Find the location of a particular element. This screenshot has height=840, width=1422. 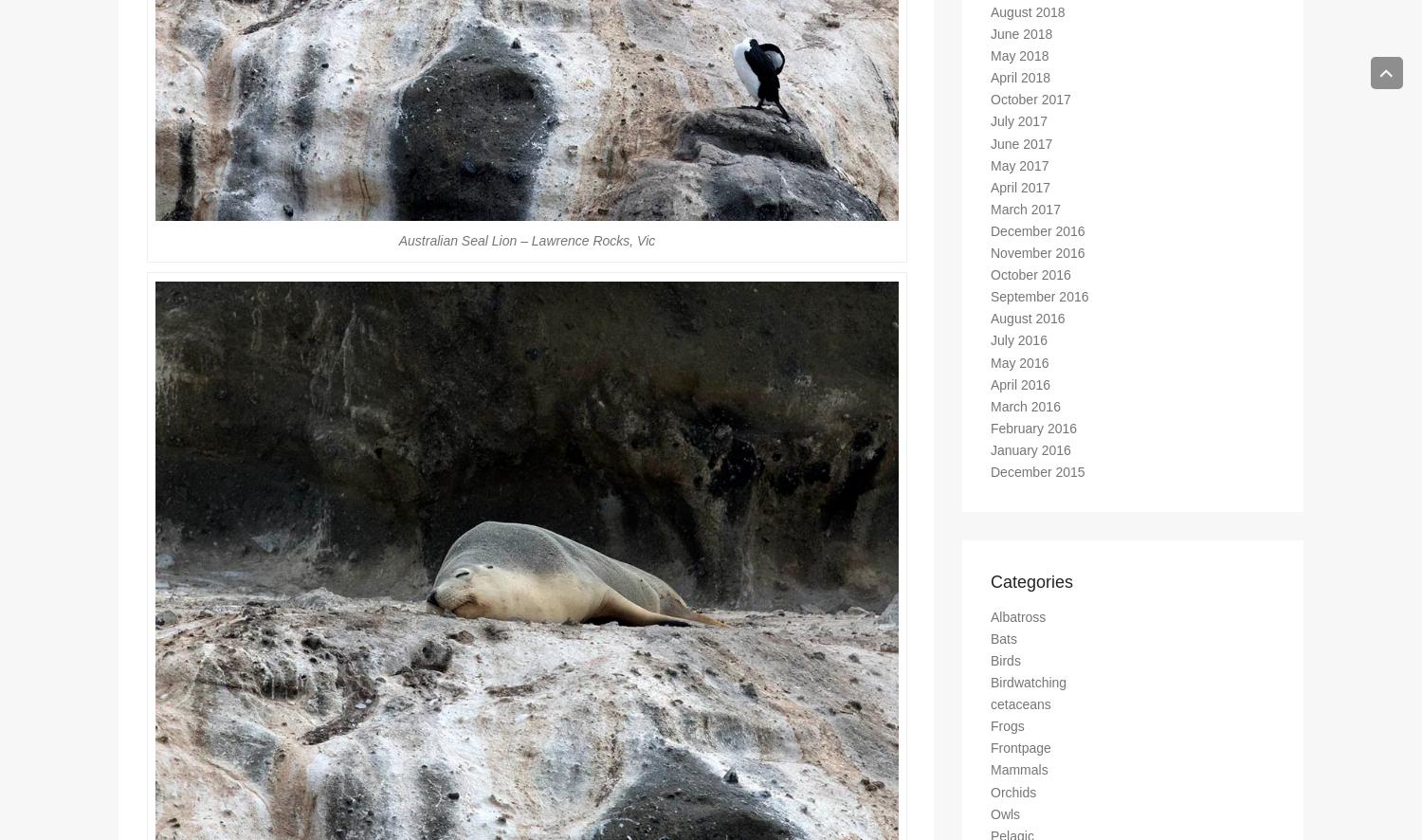

'May 2016' is located at coordinates (991, 370).